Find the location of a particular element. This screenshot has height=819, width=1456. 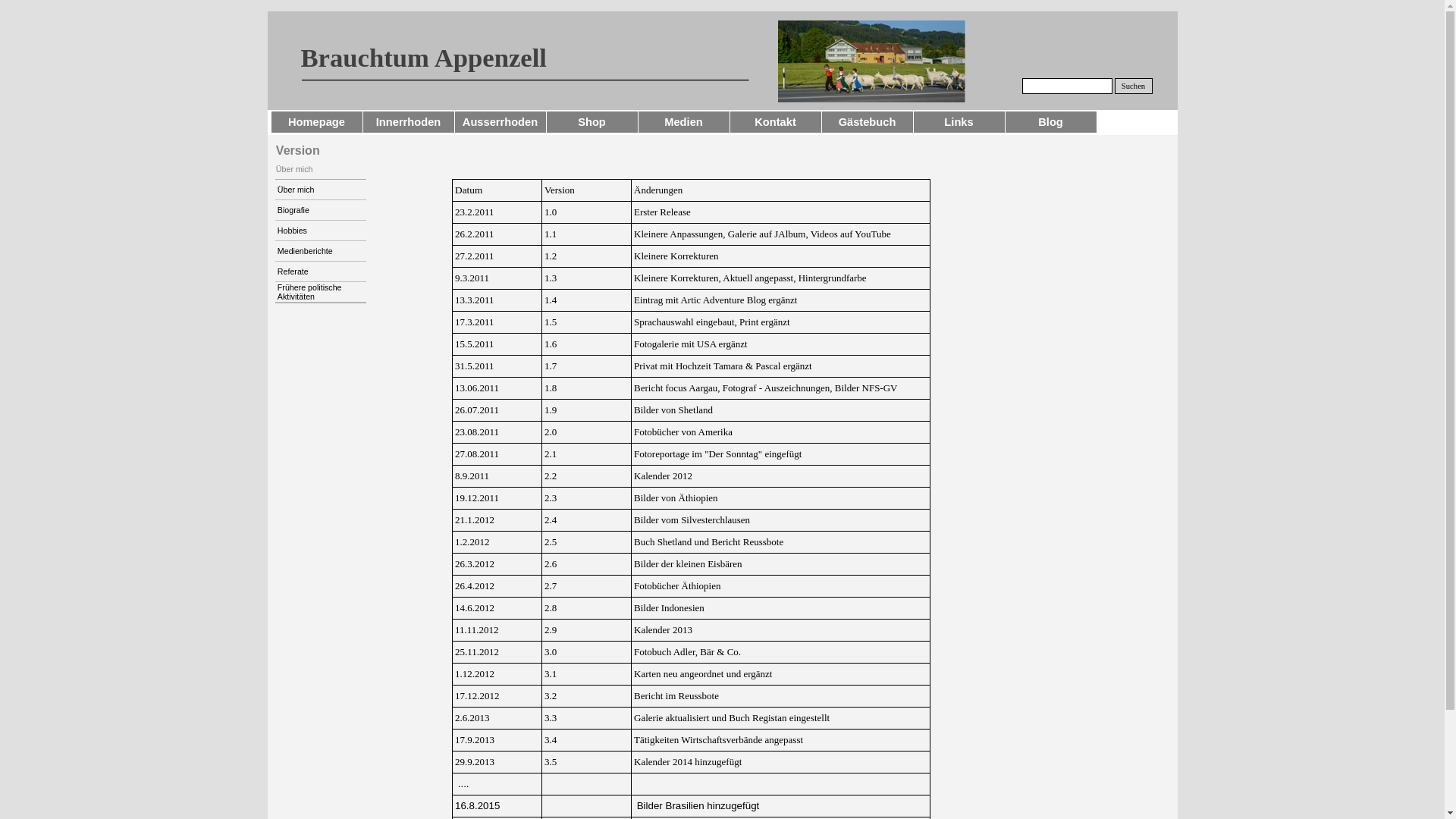

'Innerrhoden' is located at coordinates (407, 121).